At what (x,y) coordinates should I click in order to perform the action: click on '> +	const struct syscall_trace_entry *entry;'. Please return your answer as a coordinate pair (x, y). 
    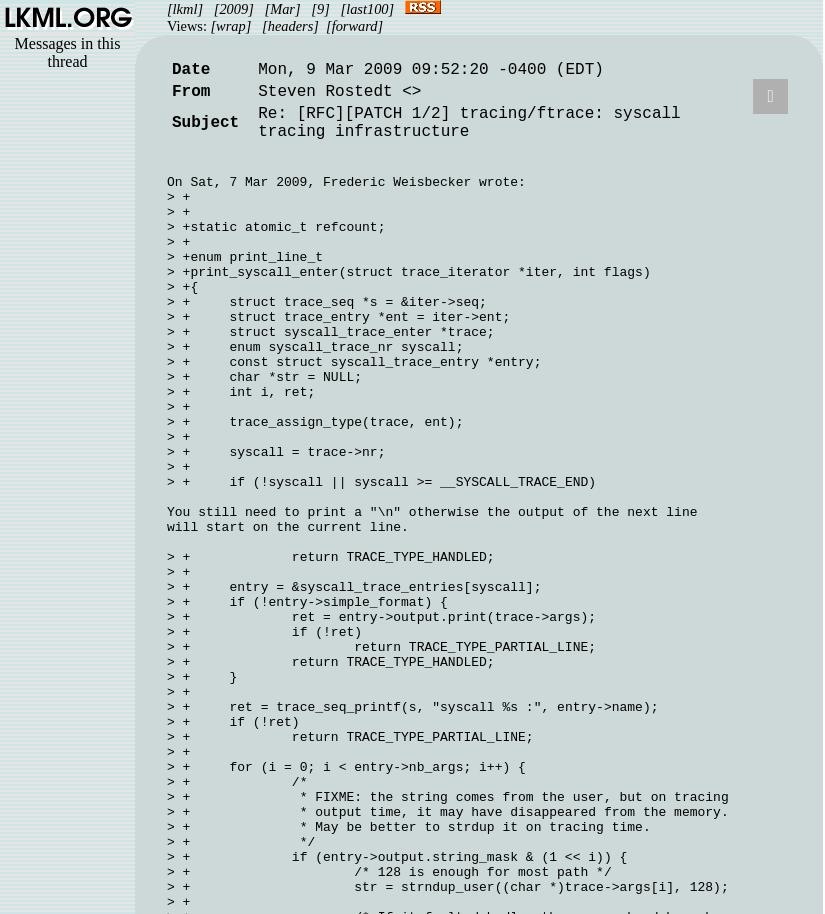
    Looking at the image, I should click on (166, 361).